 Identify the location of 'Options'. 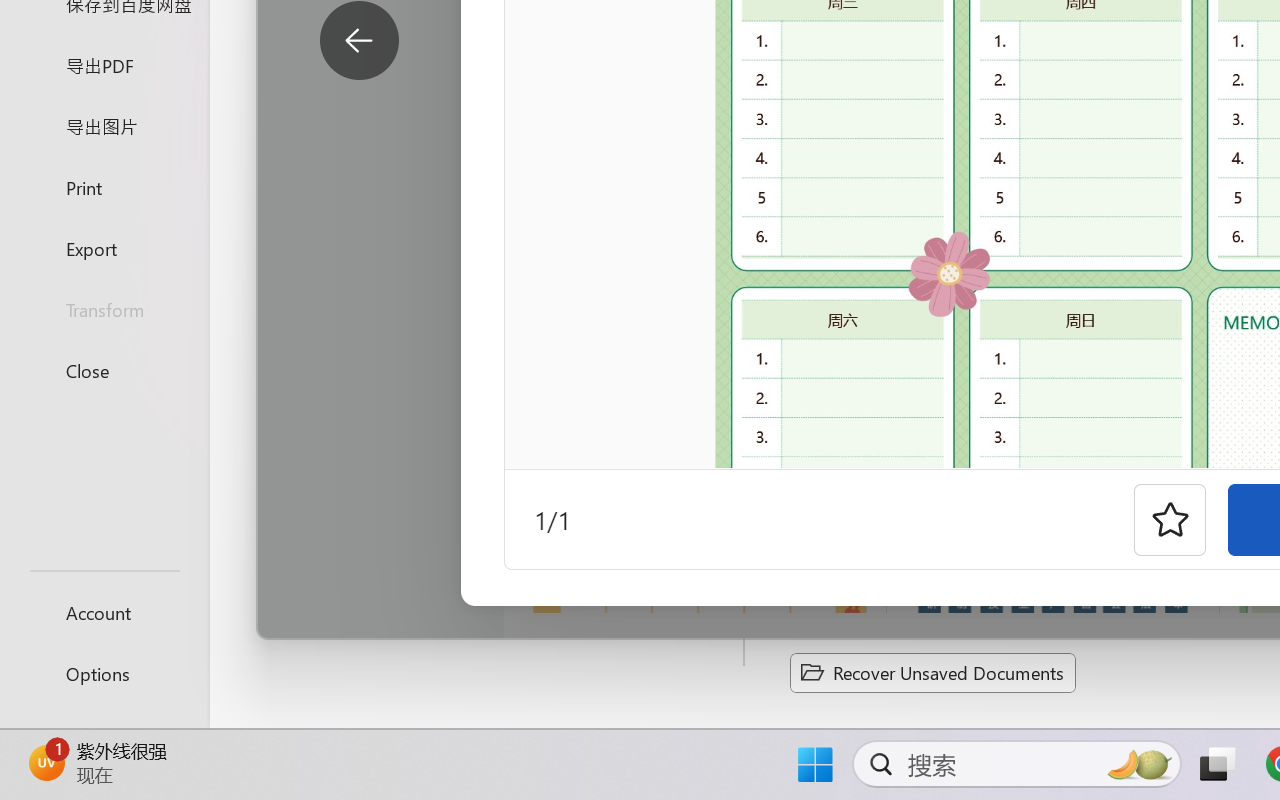
(103, 673).